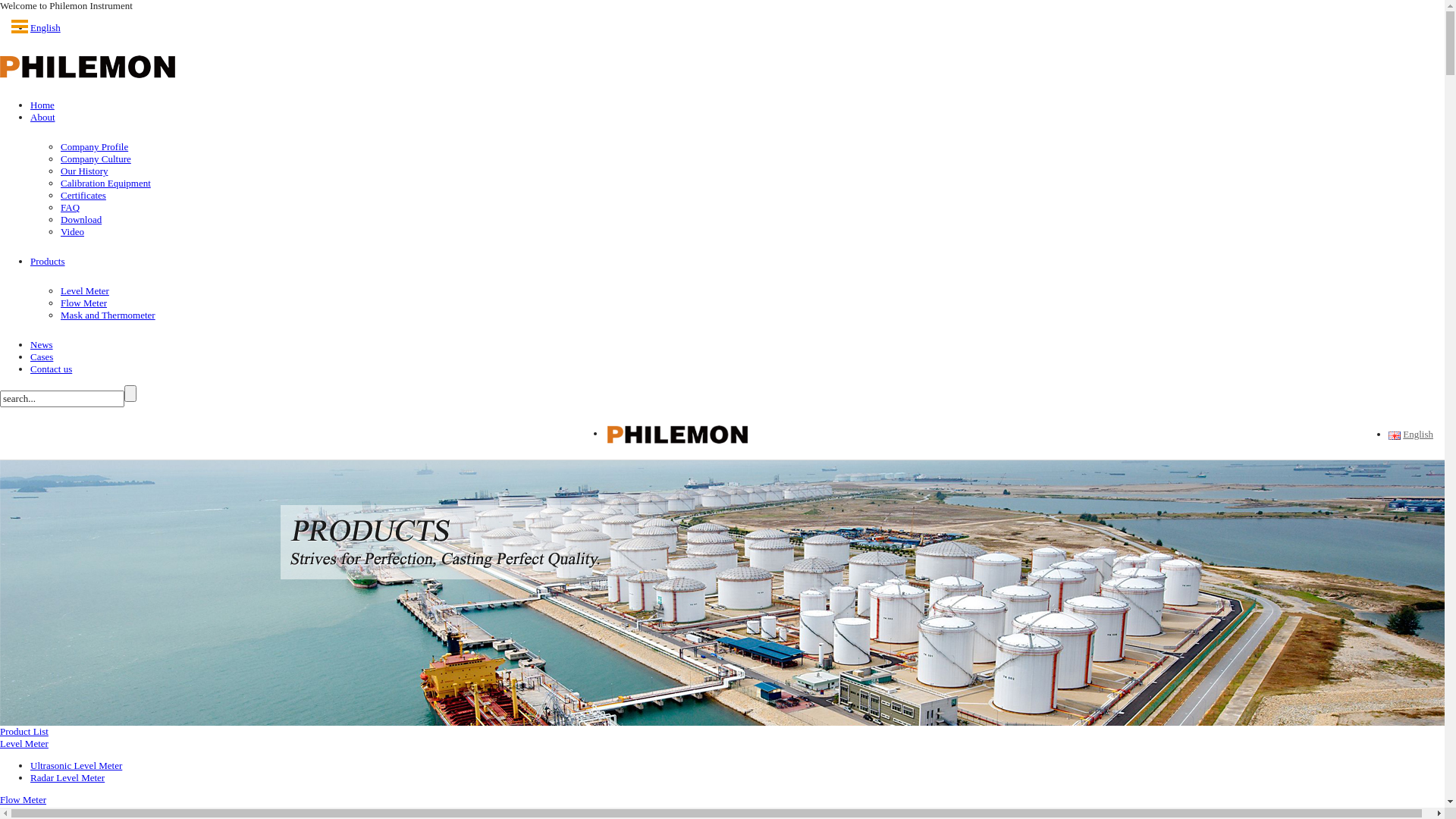 The image size is (1456, 819). What do you see at coordinates (42, 116) in the screenshot?
I see `'About'` at bounding box center [42, 116].